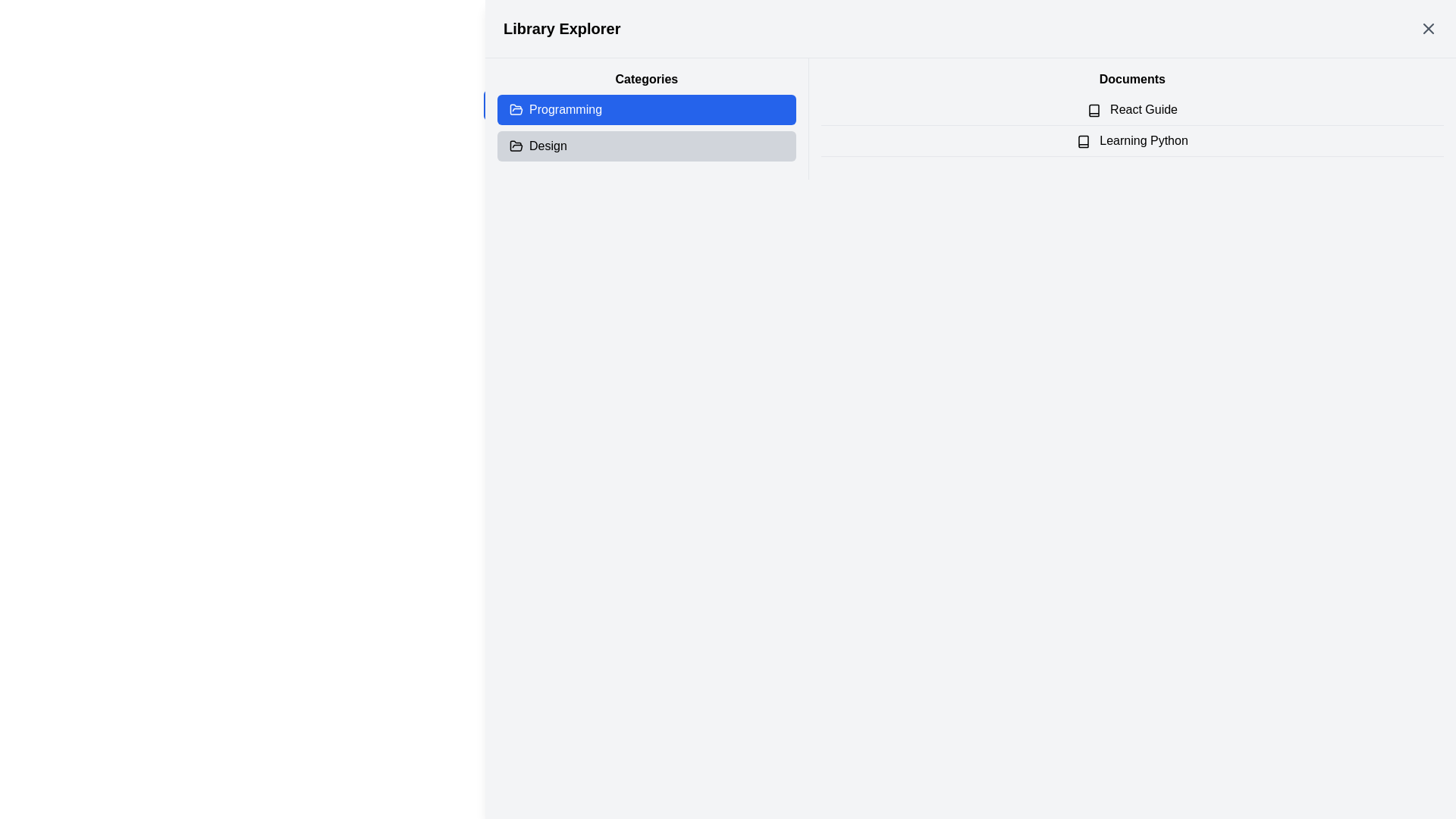  Describe the element at coordinates (646, 79) in the screenshot. I see `text content of the 'Categories' header, which is bold and located at the top of the list section in the left panel of the interface` at that location.